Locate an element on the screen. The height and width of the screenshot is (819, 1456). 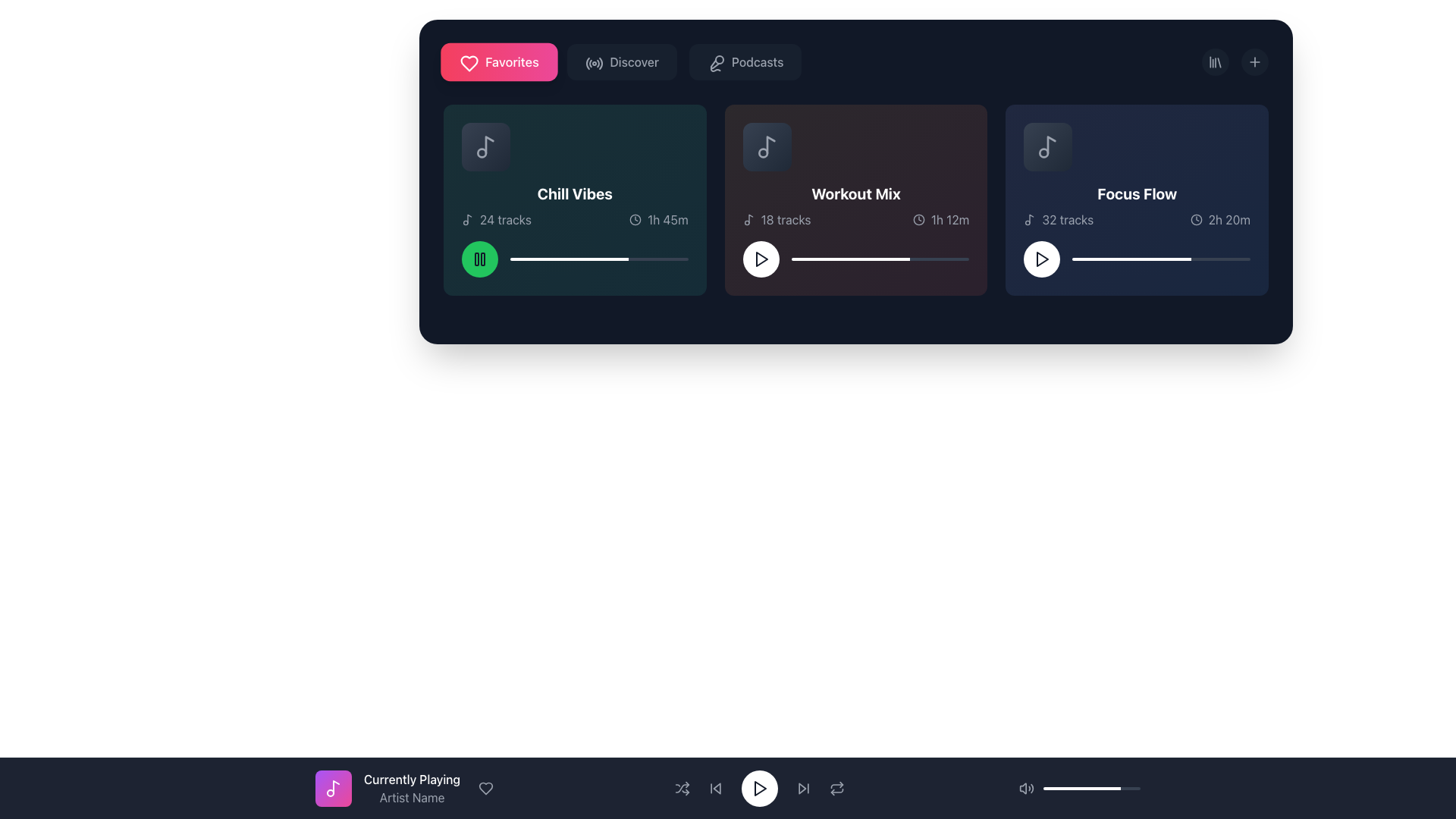
the pause button located at the bottom left of the 'Chill Vibes' card is located at coordinates (479, 259).